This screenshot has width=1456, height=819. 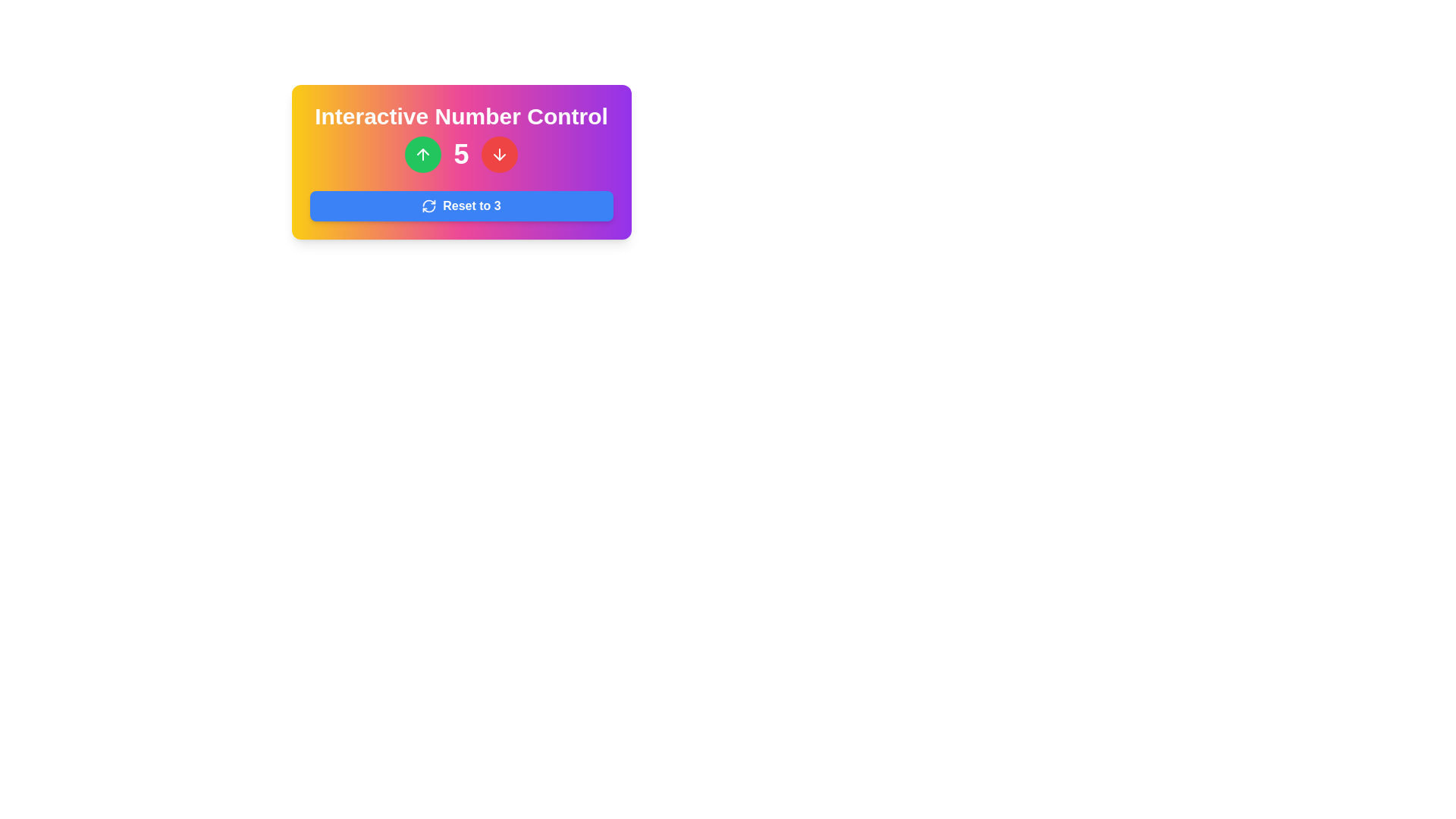 I want to click on the static text display that shows the current numerical value, which is located between the green upward arrow button and the red downward arrow button, so click(x=460, y=155).